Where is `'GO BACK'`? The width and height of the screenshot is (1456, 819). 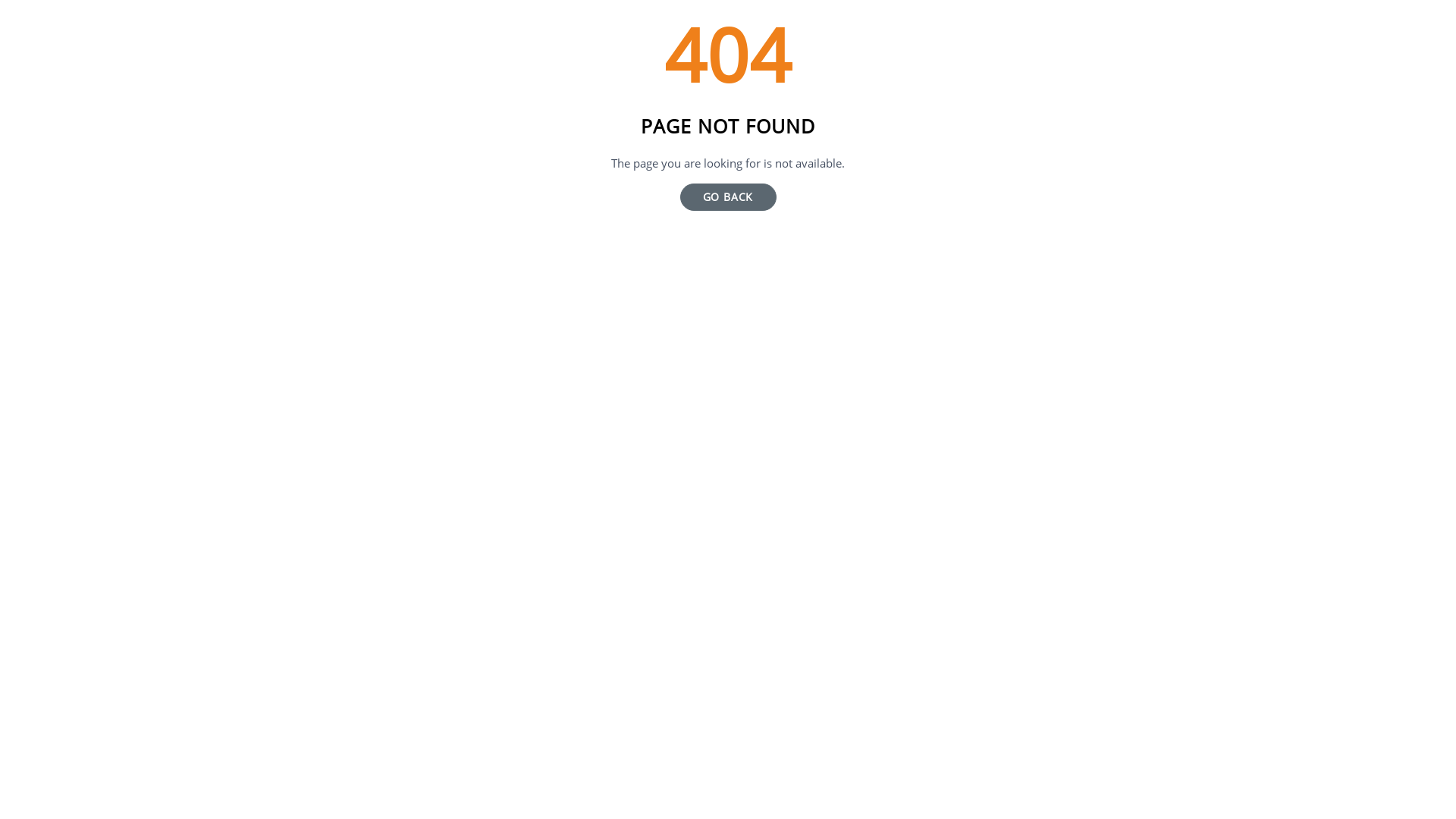
'GO BACK' is located at coordinates (728, 196).